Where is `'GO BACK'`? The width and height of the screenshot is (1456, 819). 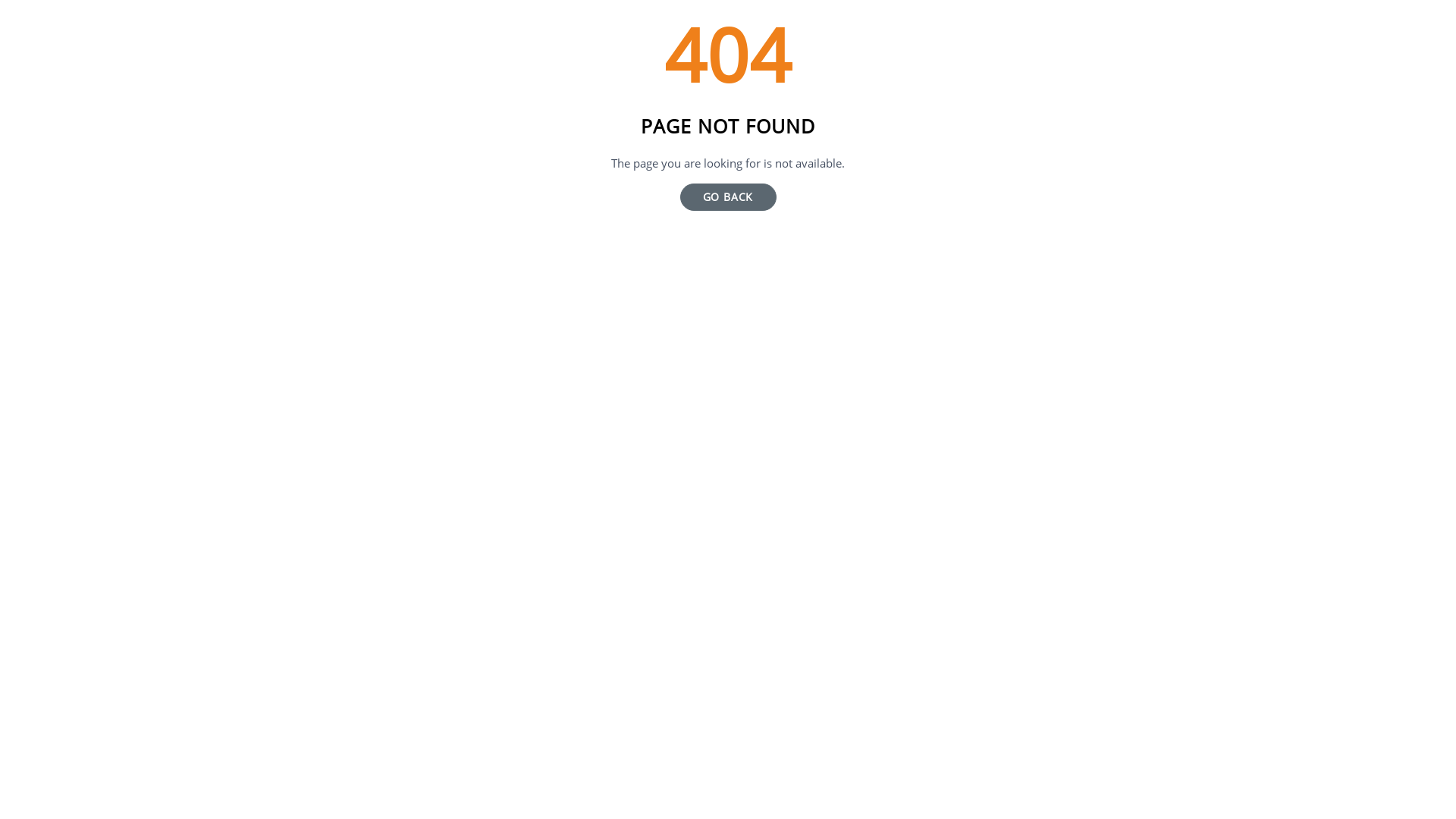
'GO BACK' is located at coordinates (728, 196).